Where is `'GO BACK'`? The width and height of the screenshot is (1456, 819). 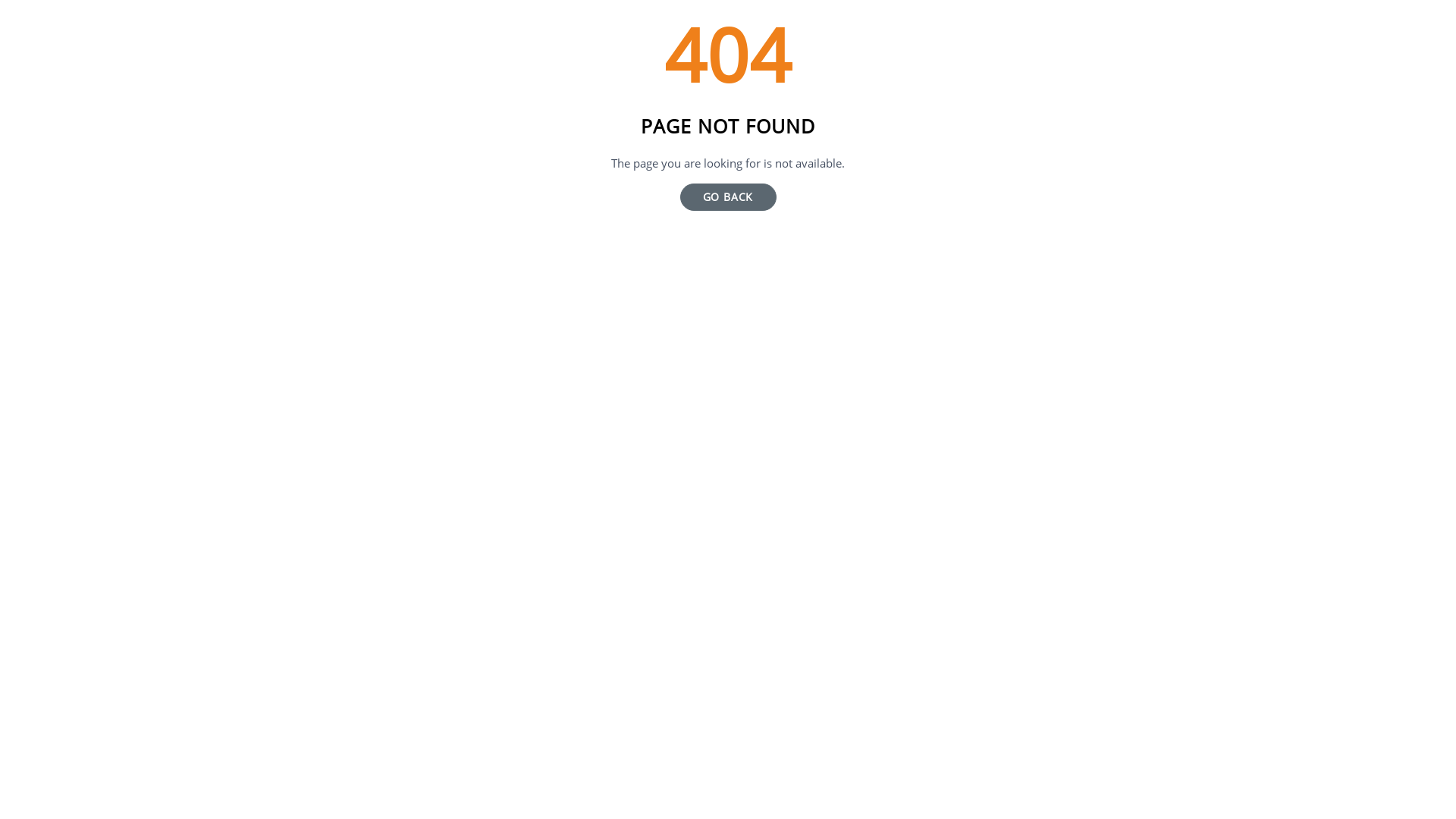
'GO BACK' is located at coordinates (728, 196).